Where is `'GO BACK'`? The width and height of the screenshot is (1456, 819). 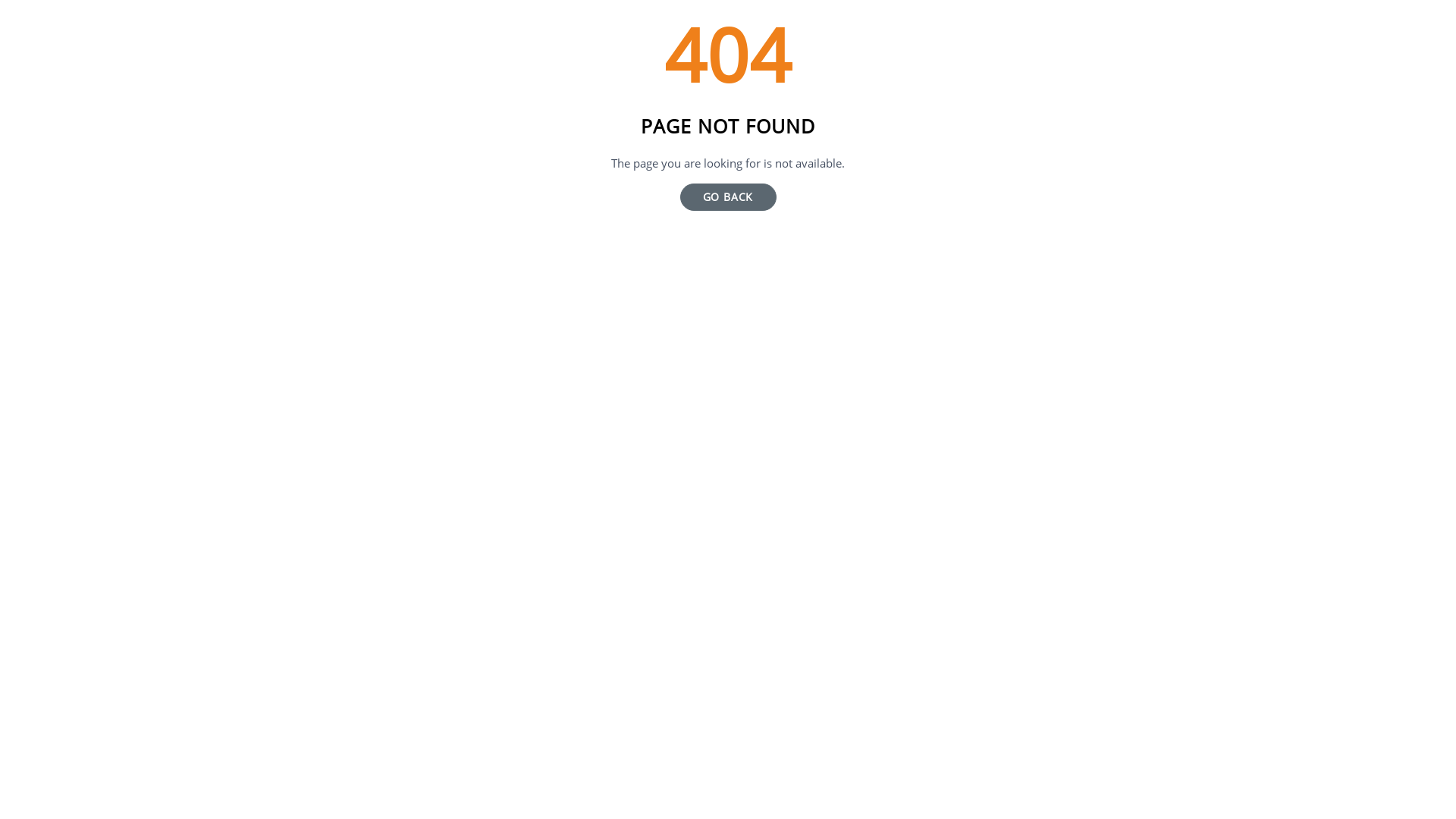
'GO BACK' is located at coordinates (728, 196).